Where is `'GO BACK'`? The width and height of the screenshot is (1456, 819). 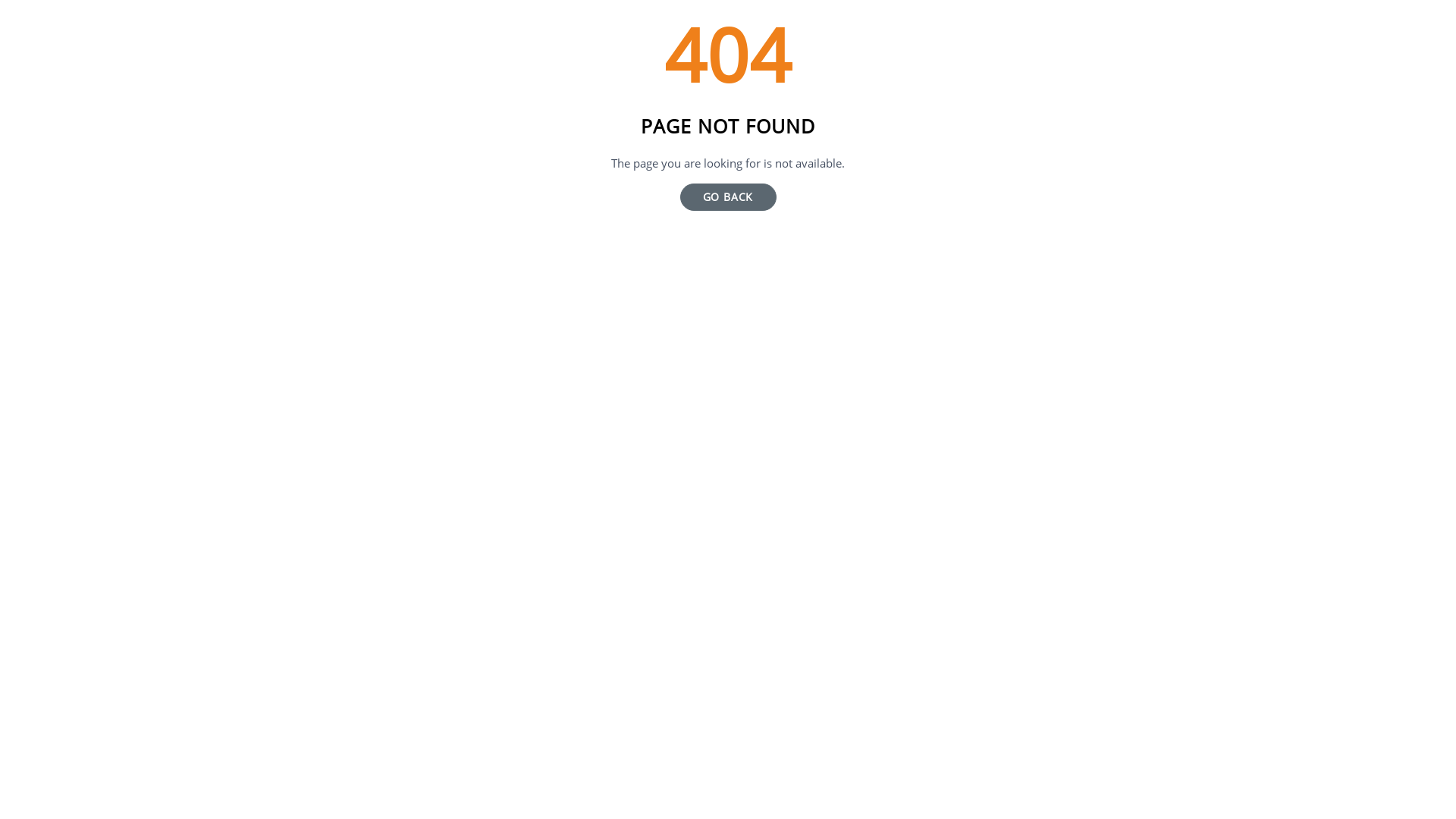
'GO BACK' is located at coordinates (728, 196).